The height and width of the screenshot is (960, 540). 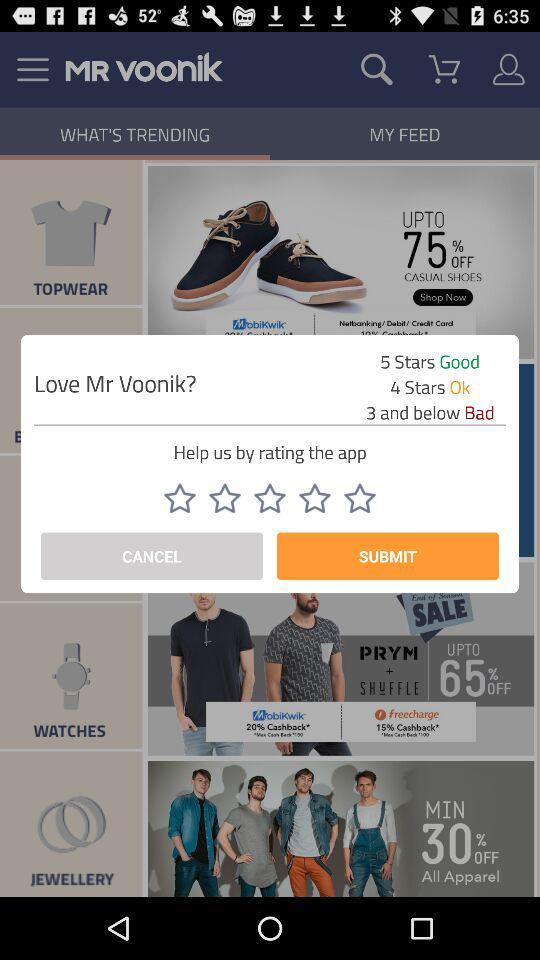 I want to click on rate 3 stars, so click(x=270, y=497).